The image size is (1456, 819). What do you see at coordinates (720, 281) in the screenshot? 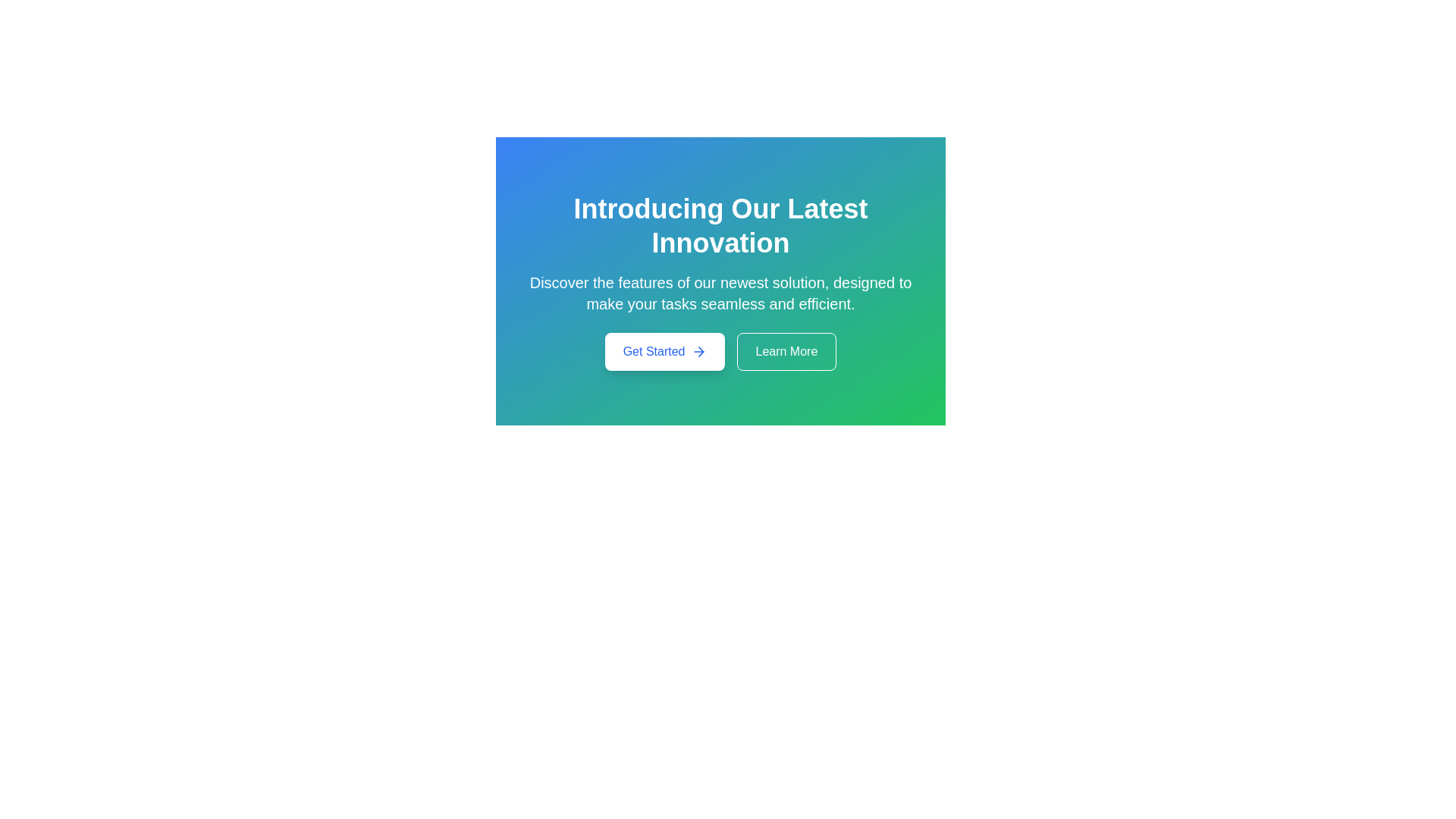
I see `the Promotional Banner Section, which features a gradient background from blue to green and contains a bold headline, a descriptive paragraph, and two action buttons ('Get Started' and 'Learn More')` at bounding box center [720, 281].